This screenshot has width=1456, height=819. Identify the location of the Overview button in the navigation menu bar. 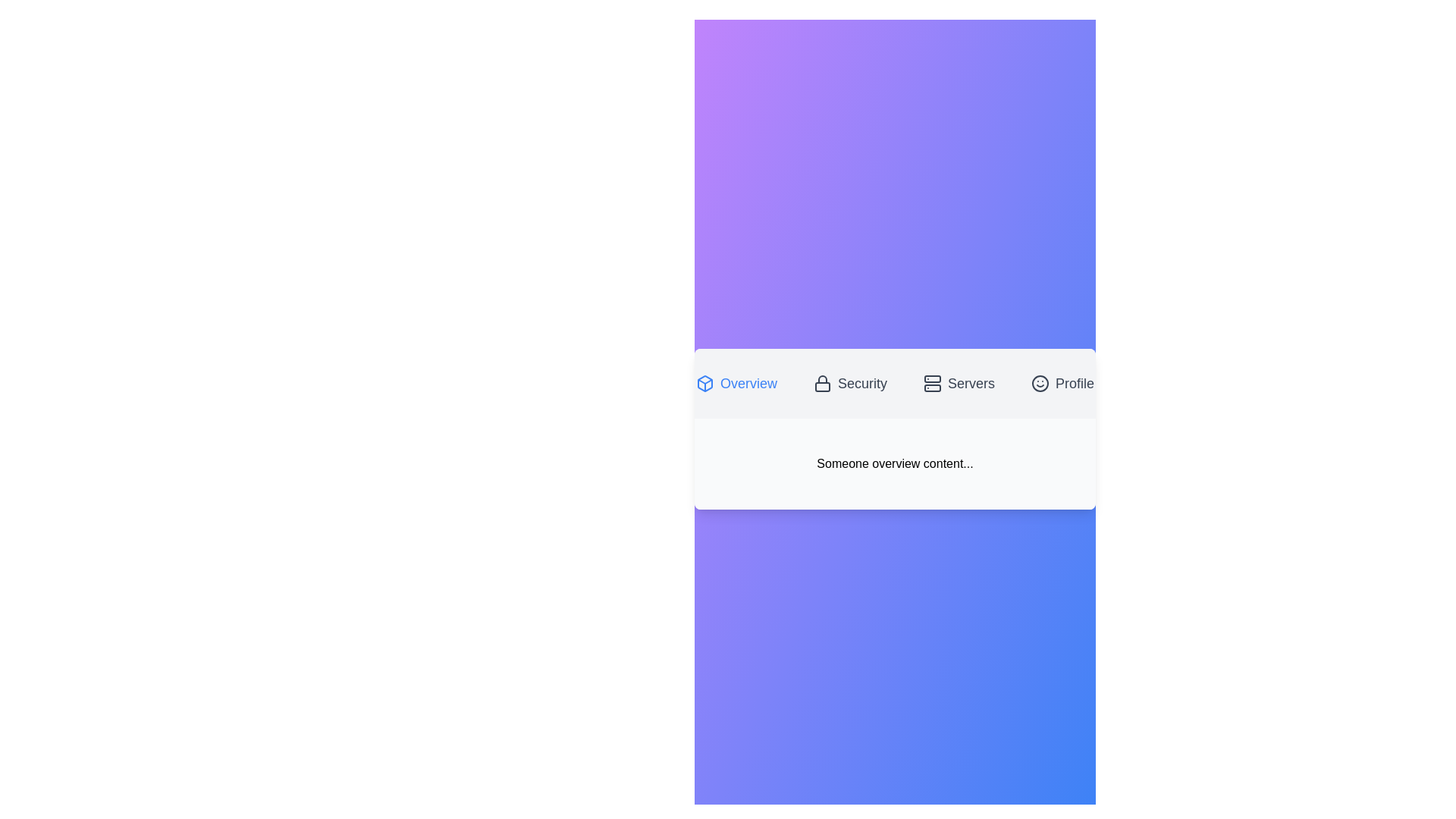
(736, 382).